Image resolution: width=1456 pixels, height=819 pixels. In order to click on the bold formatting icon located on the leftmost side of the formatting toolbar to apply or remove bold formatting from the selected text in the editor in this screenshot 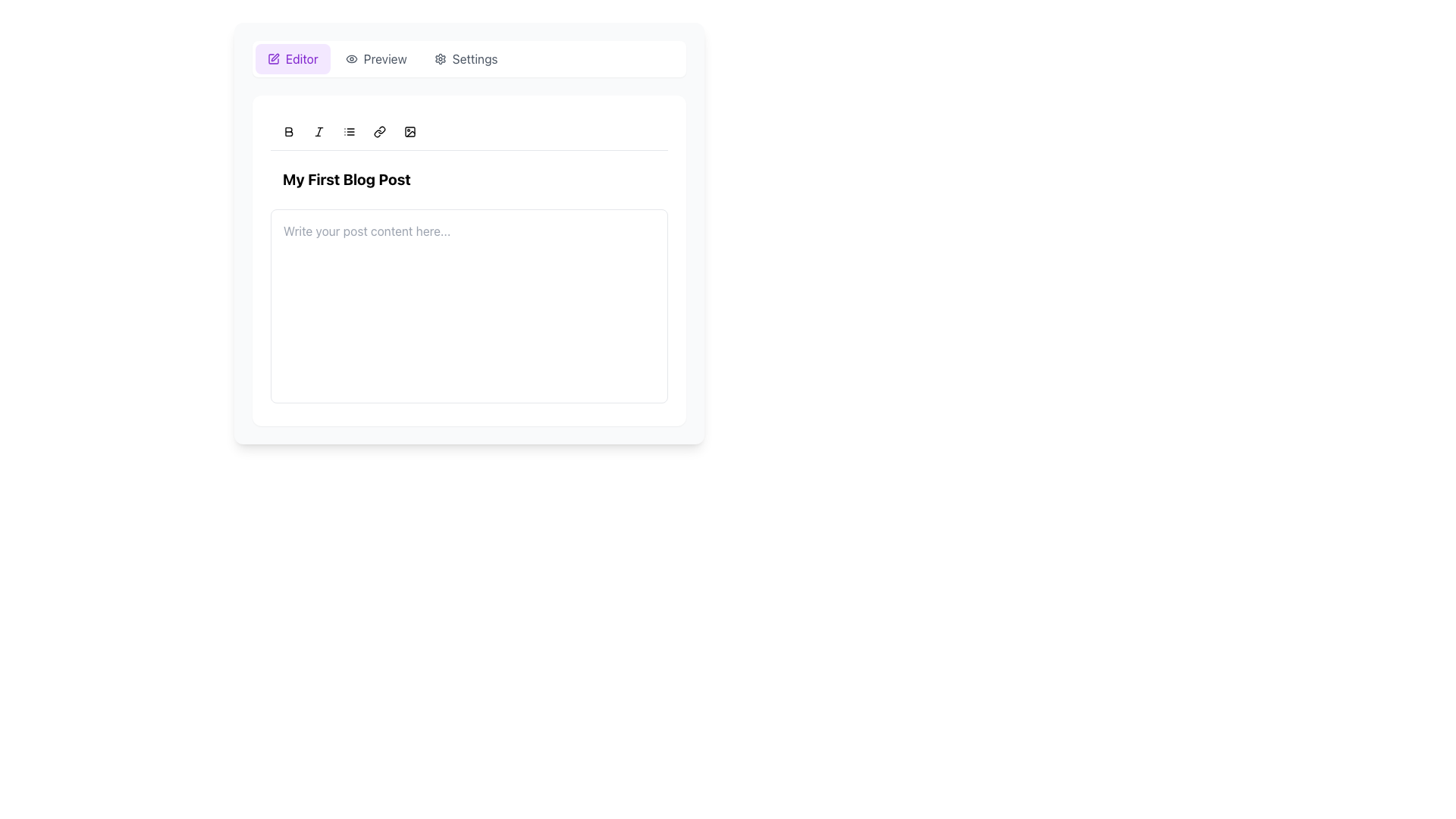, I will do `click(288, 130)`.